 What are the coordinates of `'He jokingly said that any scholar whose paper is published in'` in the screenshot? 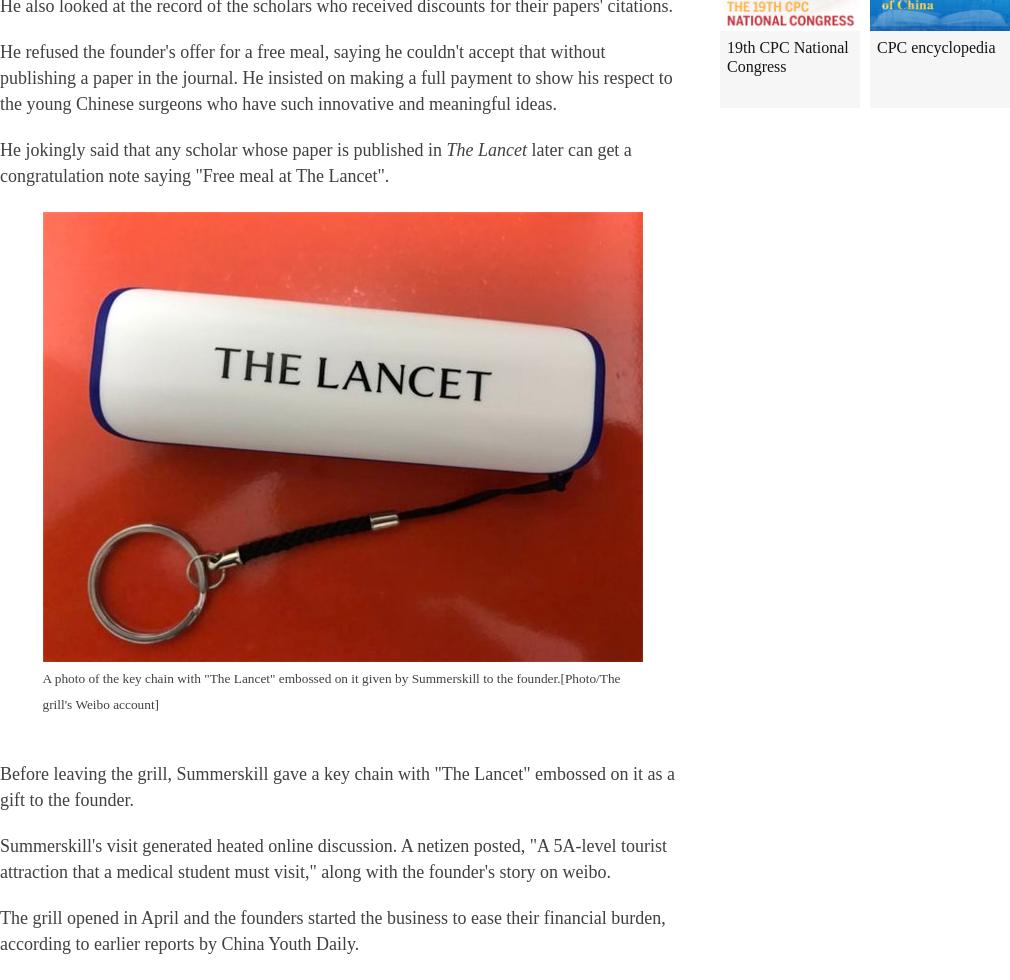 It's located at (222, 150).